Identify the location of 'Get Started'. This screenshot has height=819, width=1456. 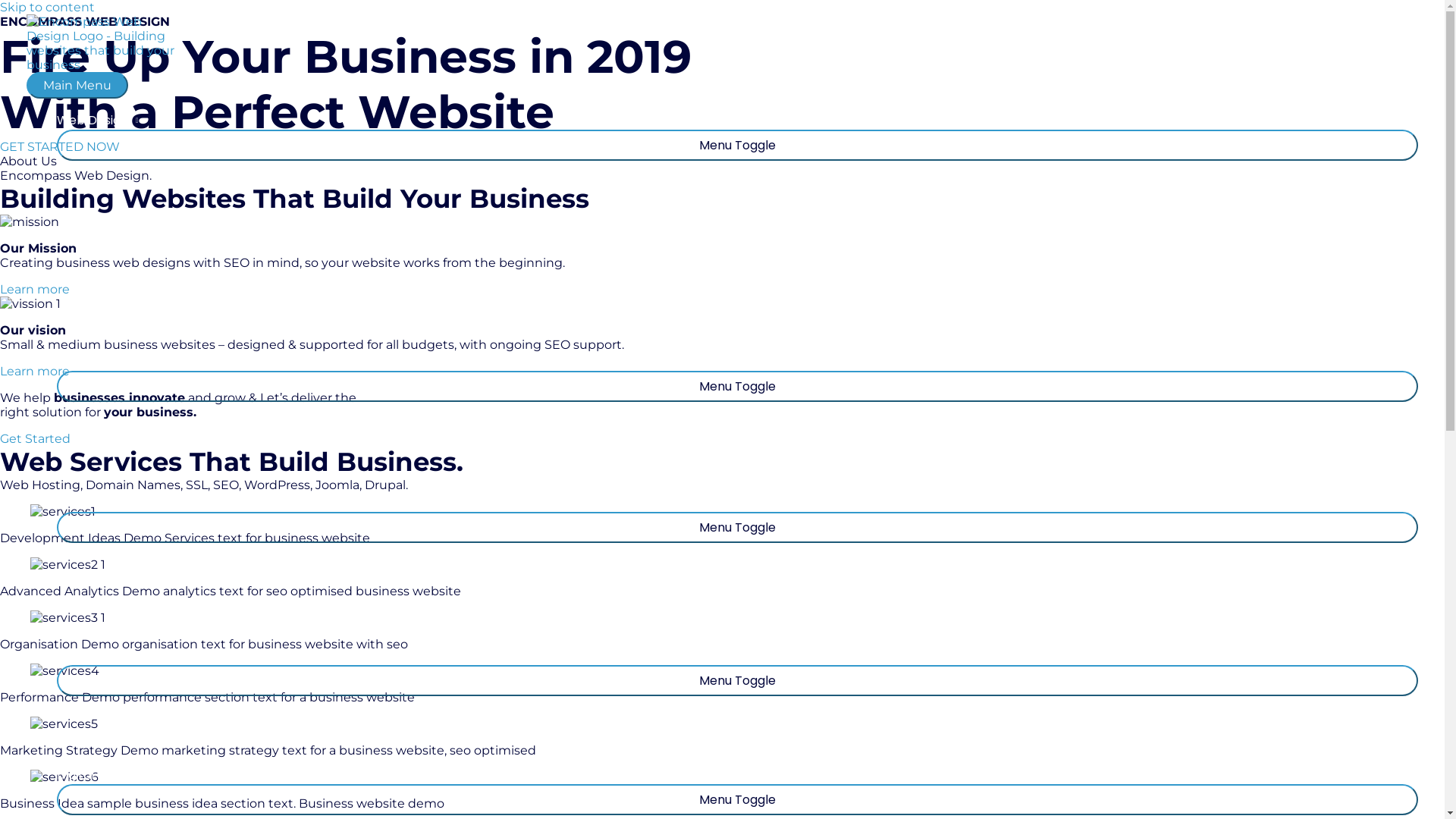
(35, 438).